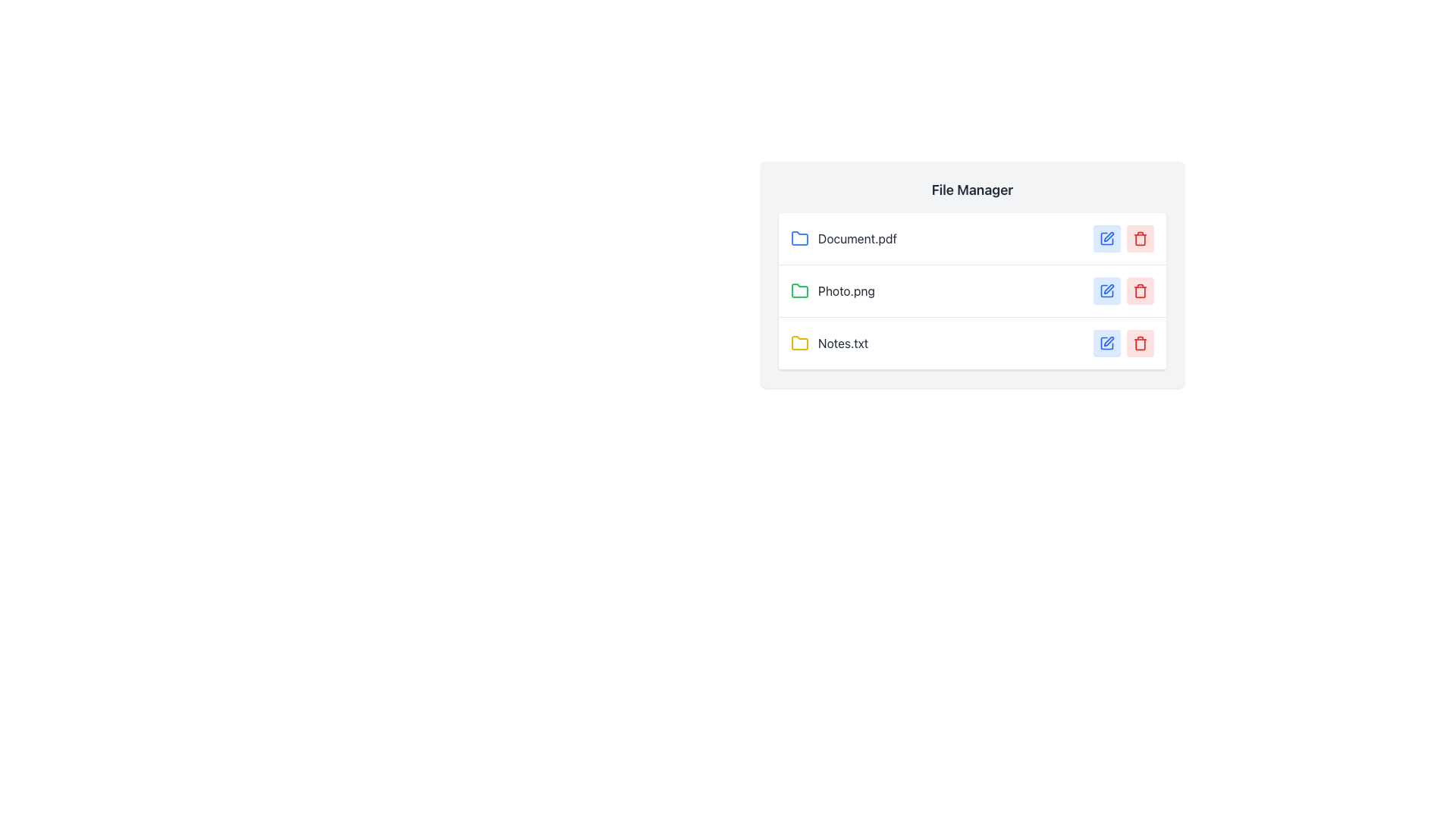 This screenshot has height=819, width=1456. Describe the element at coordinates (1140, 291) in the screenshot. I see `the delete button for the 'Photo.png' file entry, located in the rightmost column of the file manager interface` at that location.